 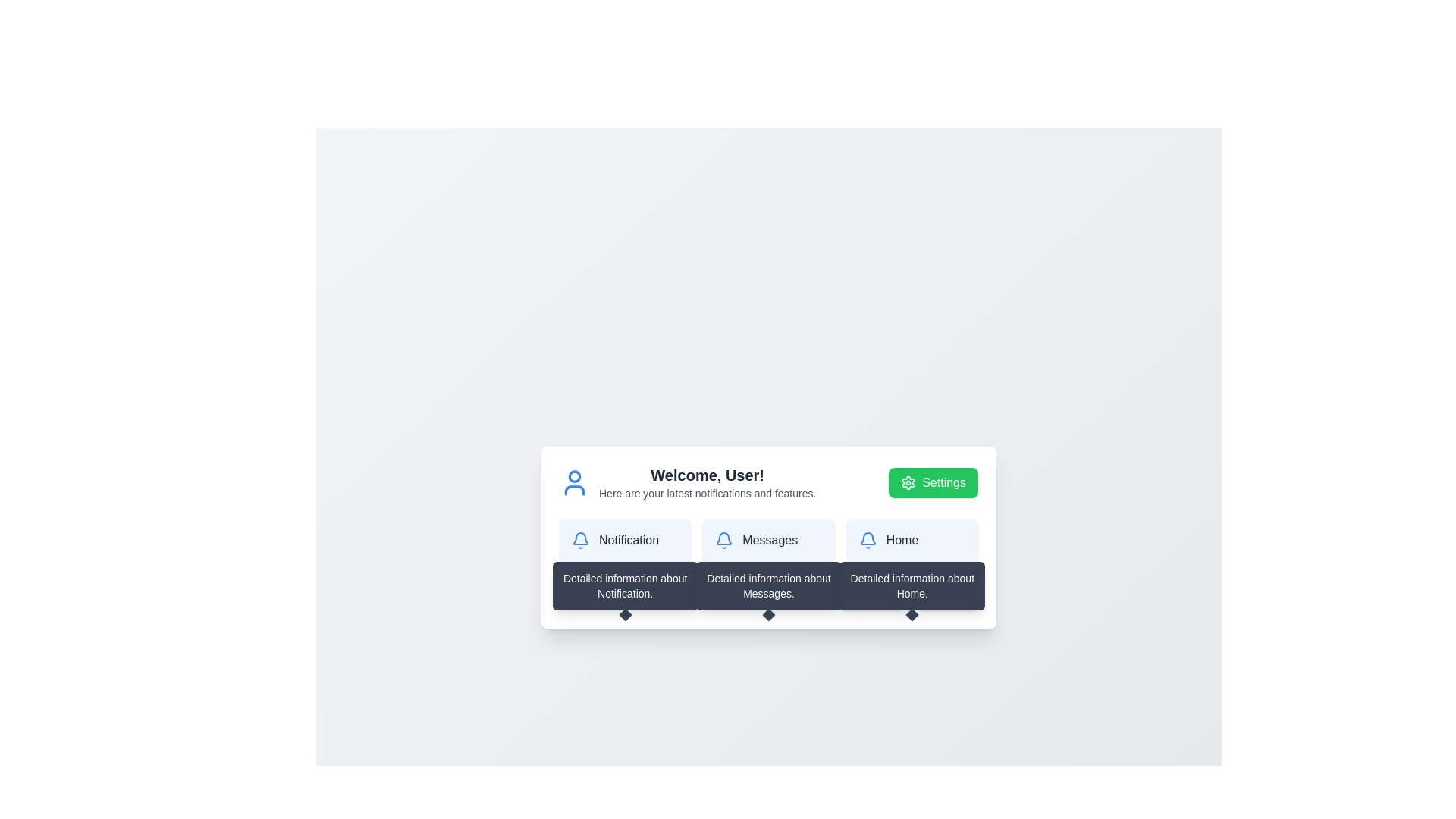 I want to click on the blue bell icon labeled 'Messages' located, so click(x=768, y=540).